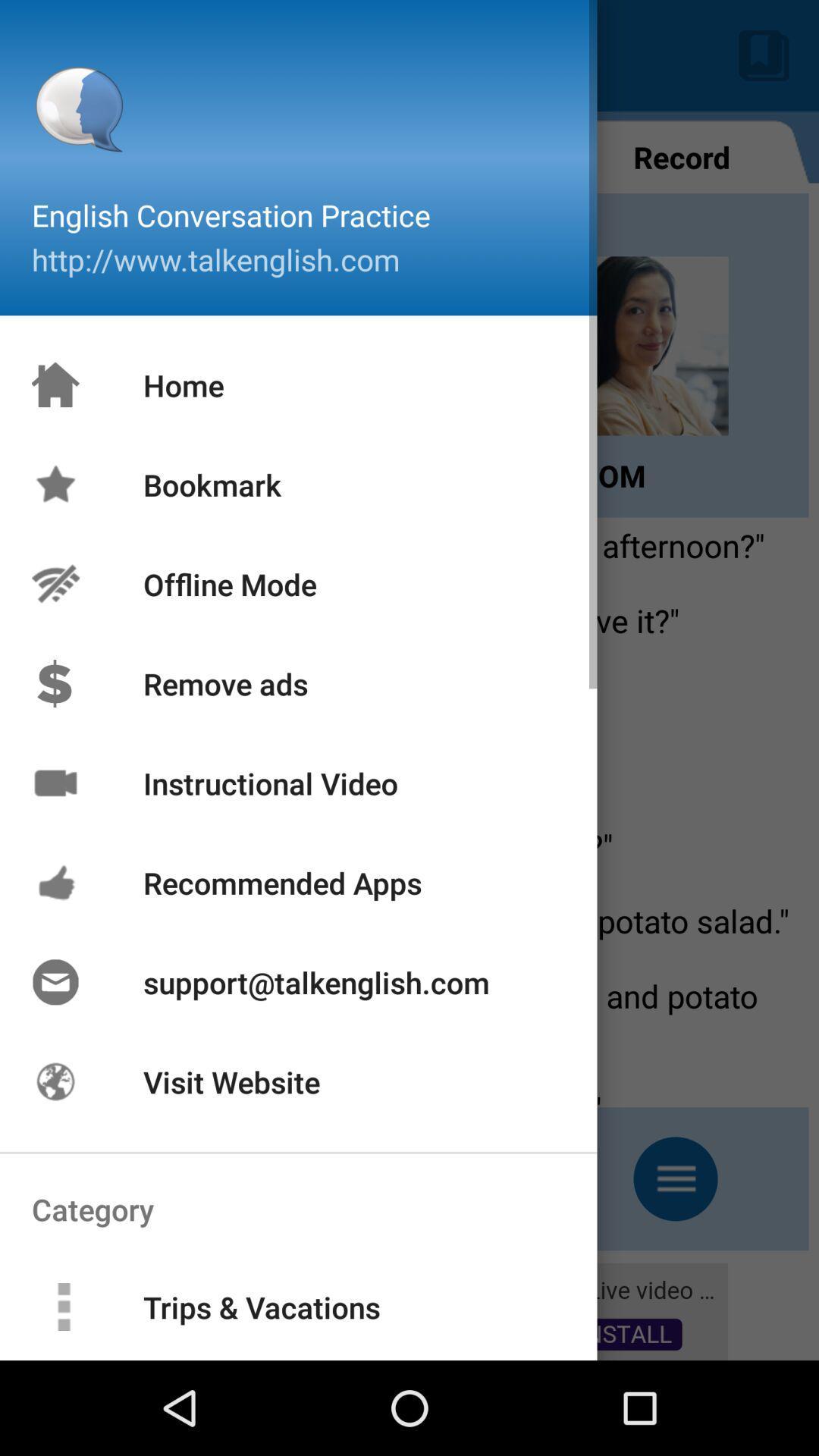  I want to click on the minus icon, so click(409, 1178).